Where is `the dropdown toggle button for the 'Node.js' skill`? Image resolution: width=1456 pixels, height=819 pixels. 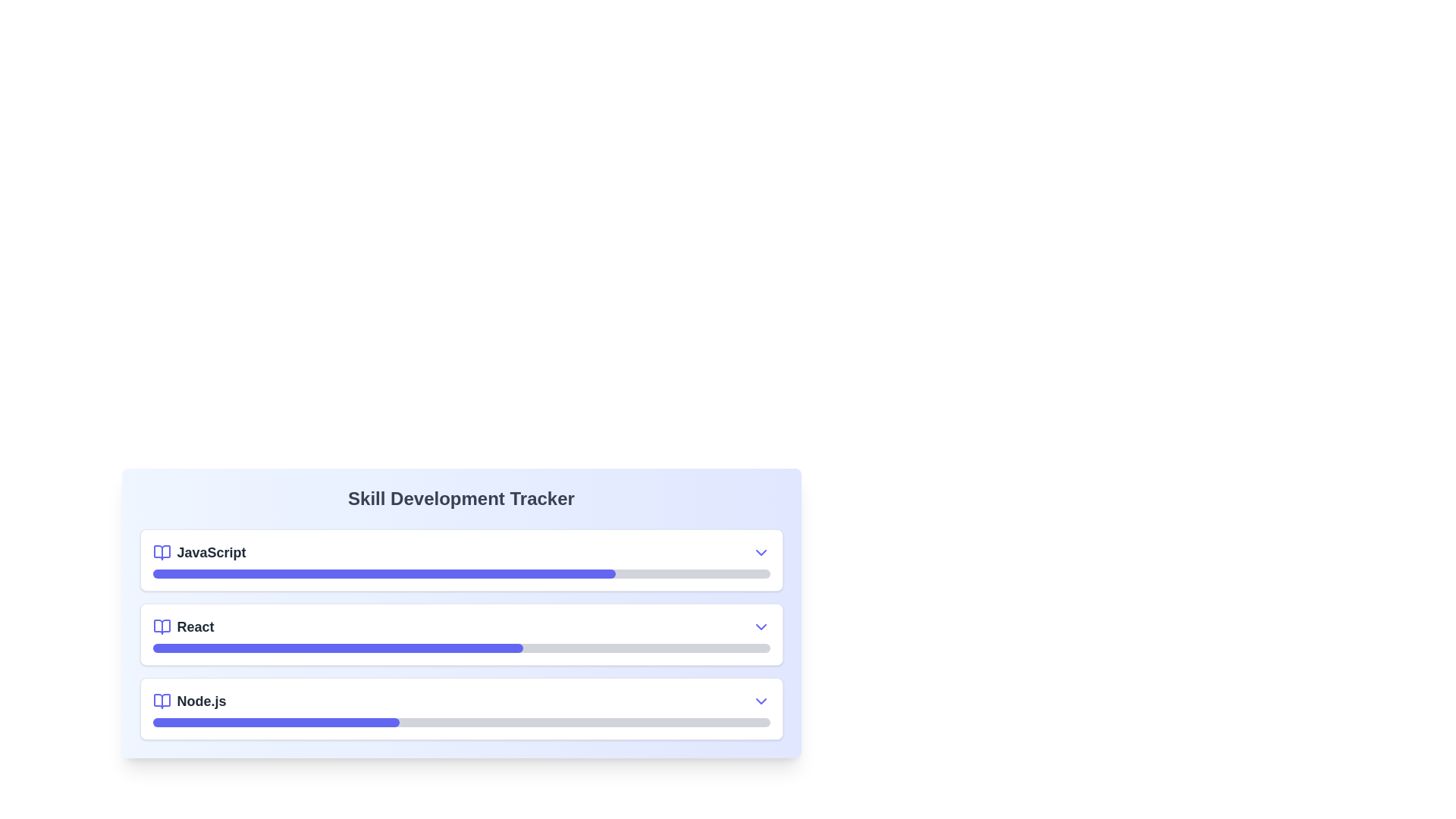 the dropdown toggle button for the 'Node.js' skill is located at coordinates (761, 701).